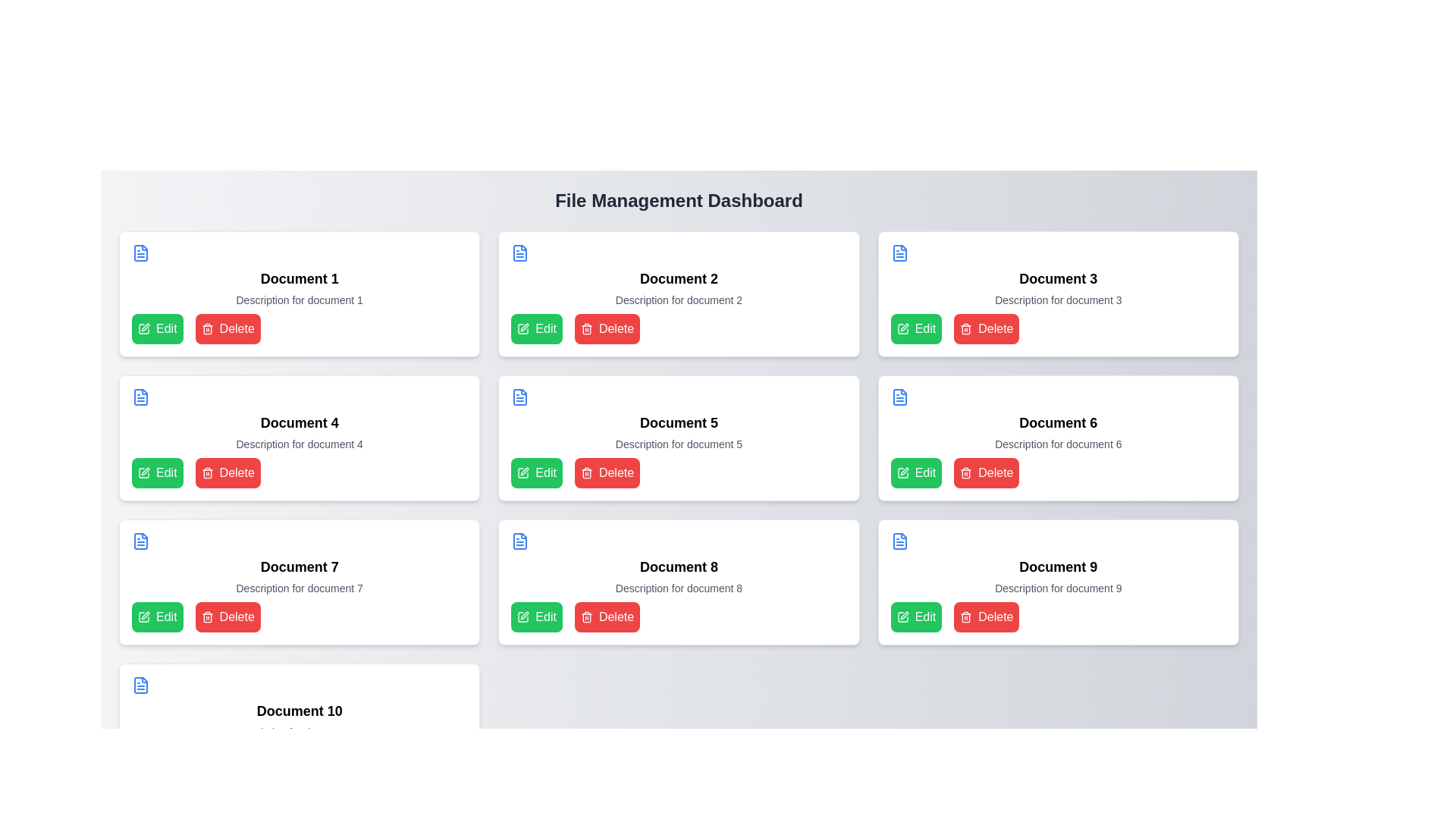  Describe the element at coordinates (520, 397) in the screenshot. I see `the blue file icon representing 'Document 5', which is styled with rounded edges and lines, positioned above the text 'Document 5' in the card grid layout` at that location.